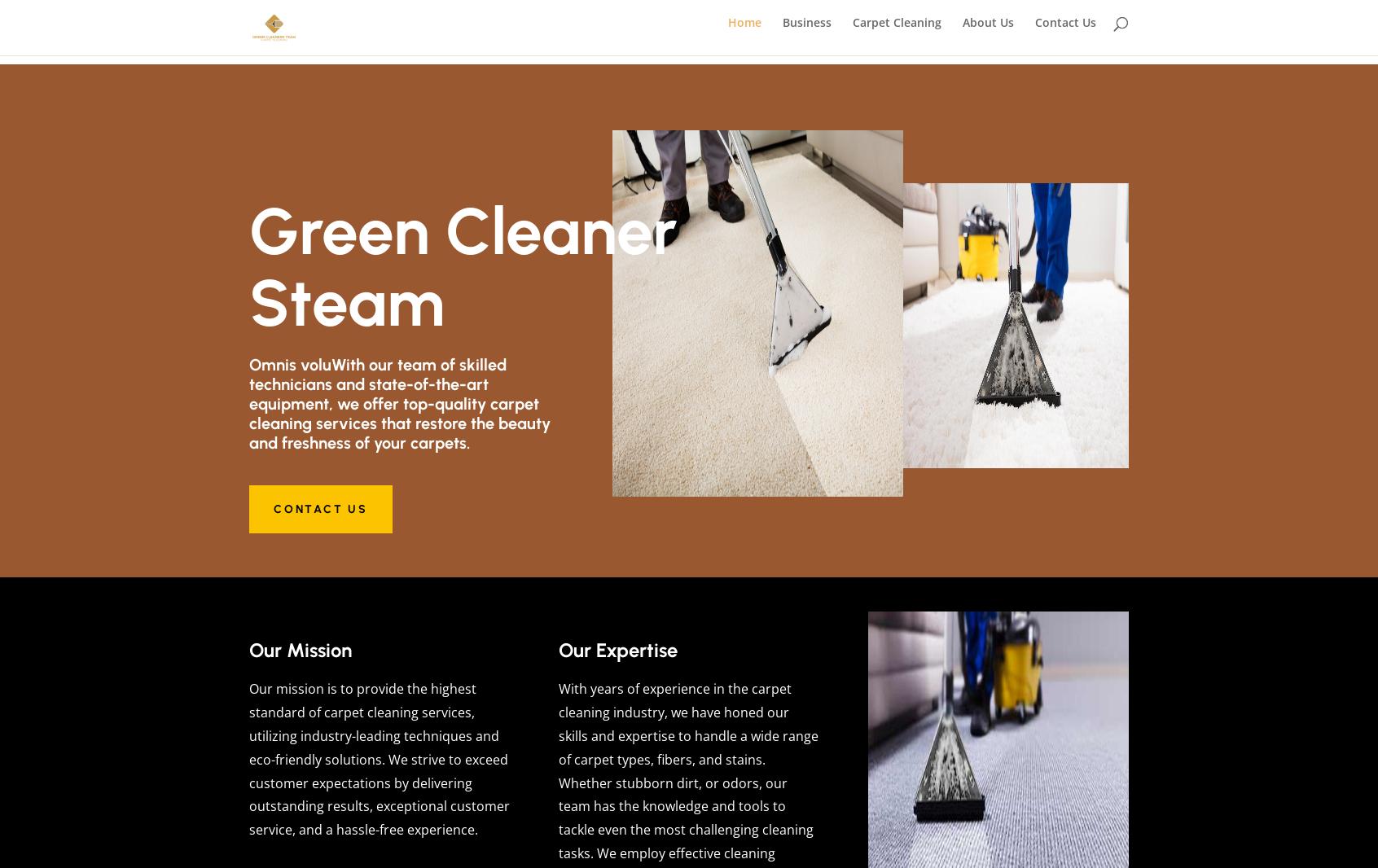 This screenshot has width=1378, height=868. Describe the element at coordinates (617, 649) in the screenshot. I see `'Our Expertise'` at that location.